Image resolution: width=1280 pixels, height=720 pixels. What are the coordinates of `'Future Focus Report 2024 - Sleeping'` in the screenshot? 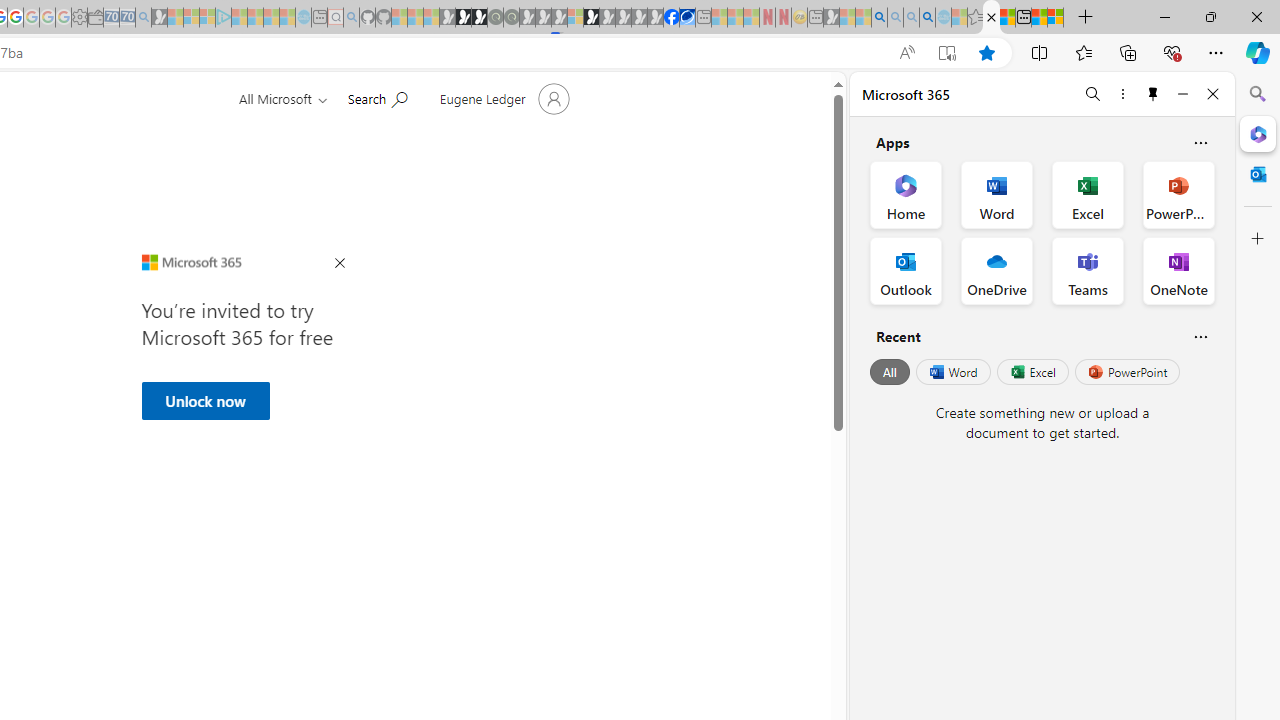 It's located at (511, 17).